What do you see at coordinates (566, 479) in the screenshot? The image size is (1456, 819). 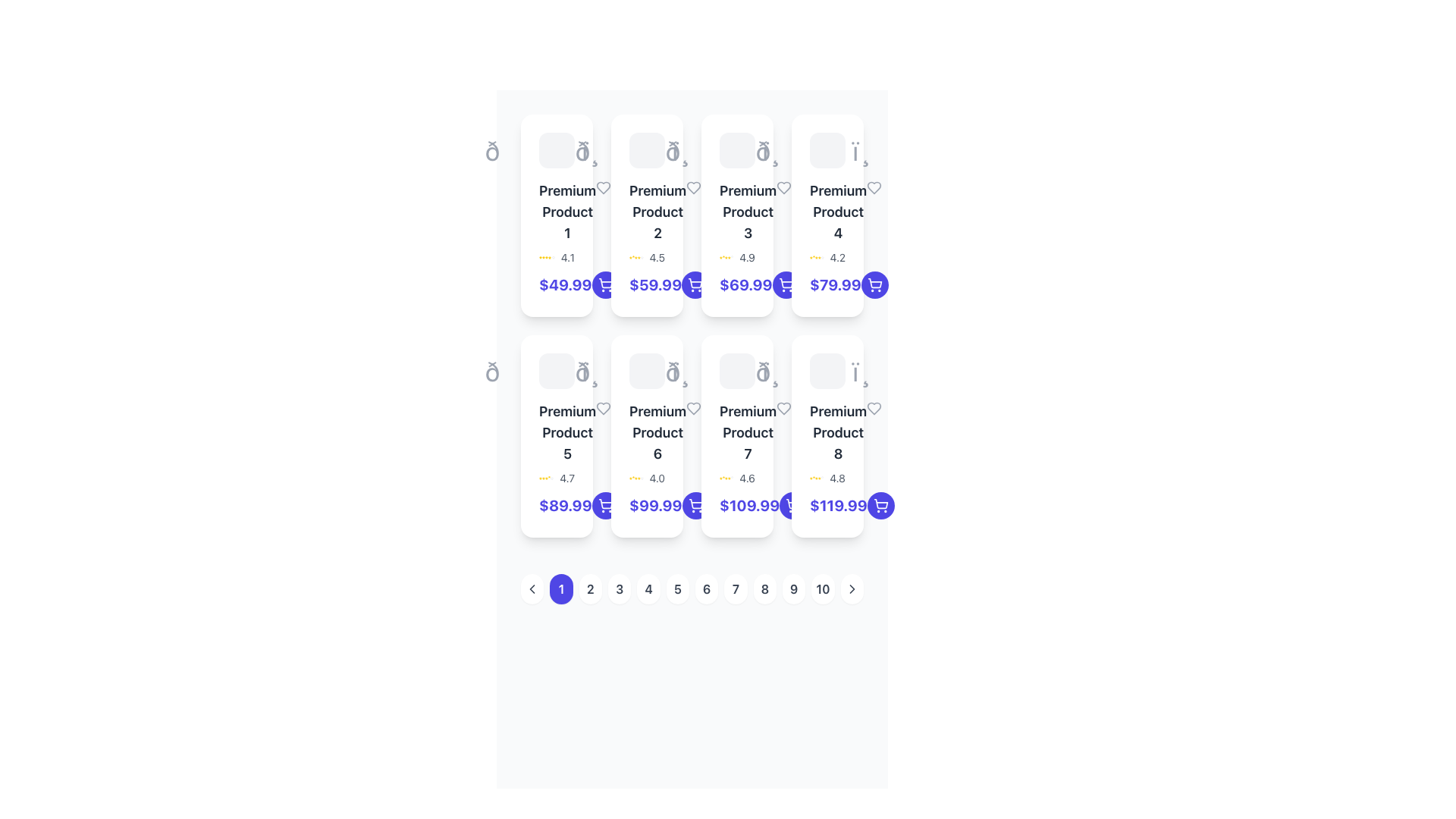 I see `the text label displaying the value '4.7' in a small, gray font, which is positioned to the right of star icons representing a rating` at bounding box center [566, 479].